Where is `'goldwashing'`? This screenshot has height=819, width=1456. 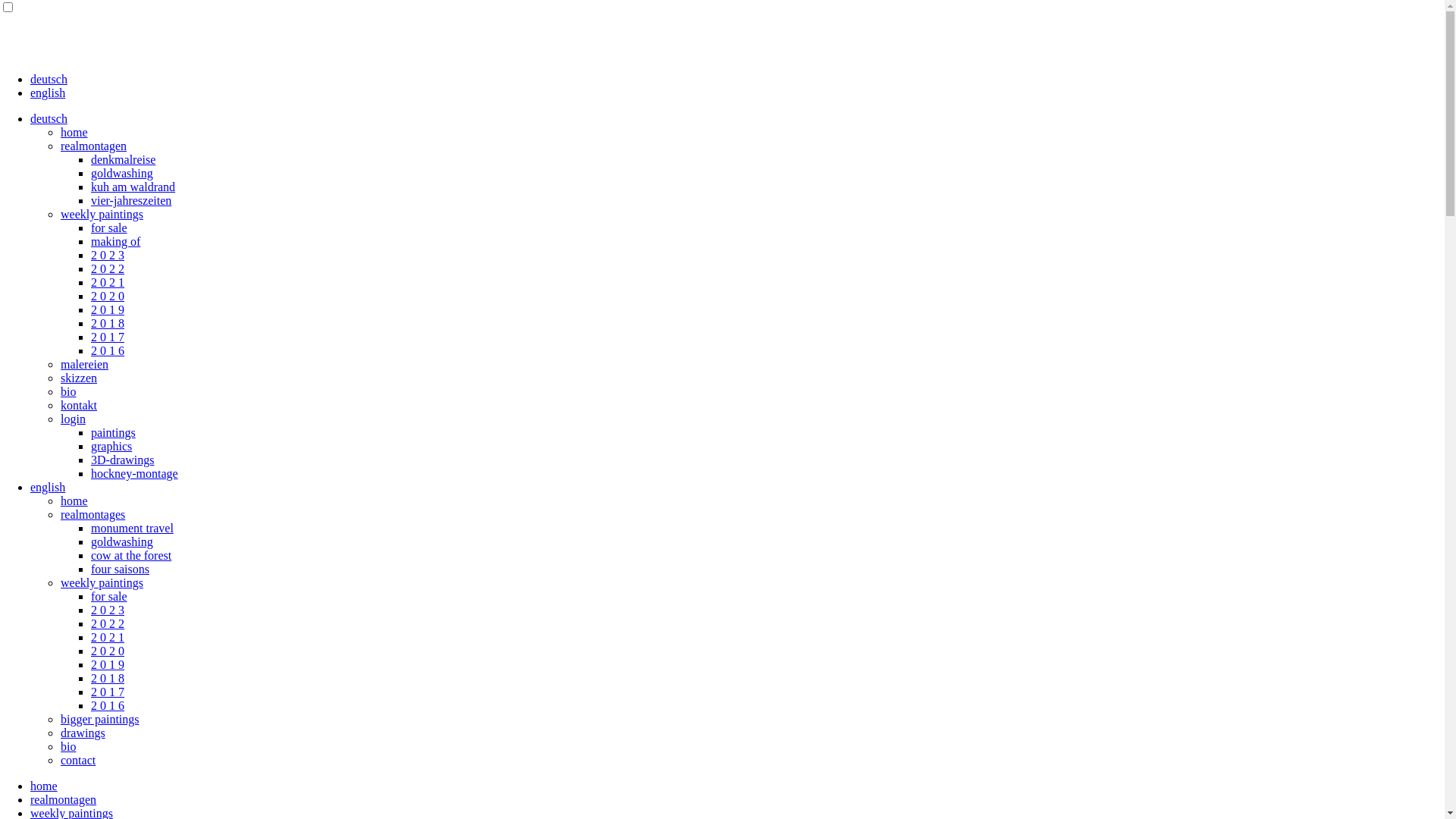 'goldwashing' is located at coordinates (122, 172).